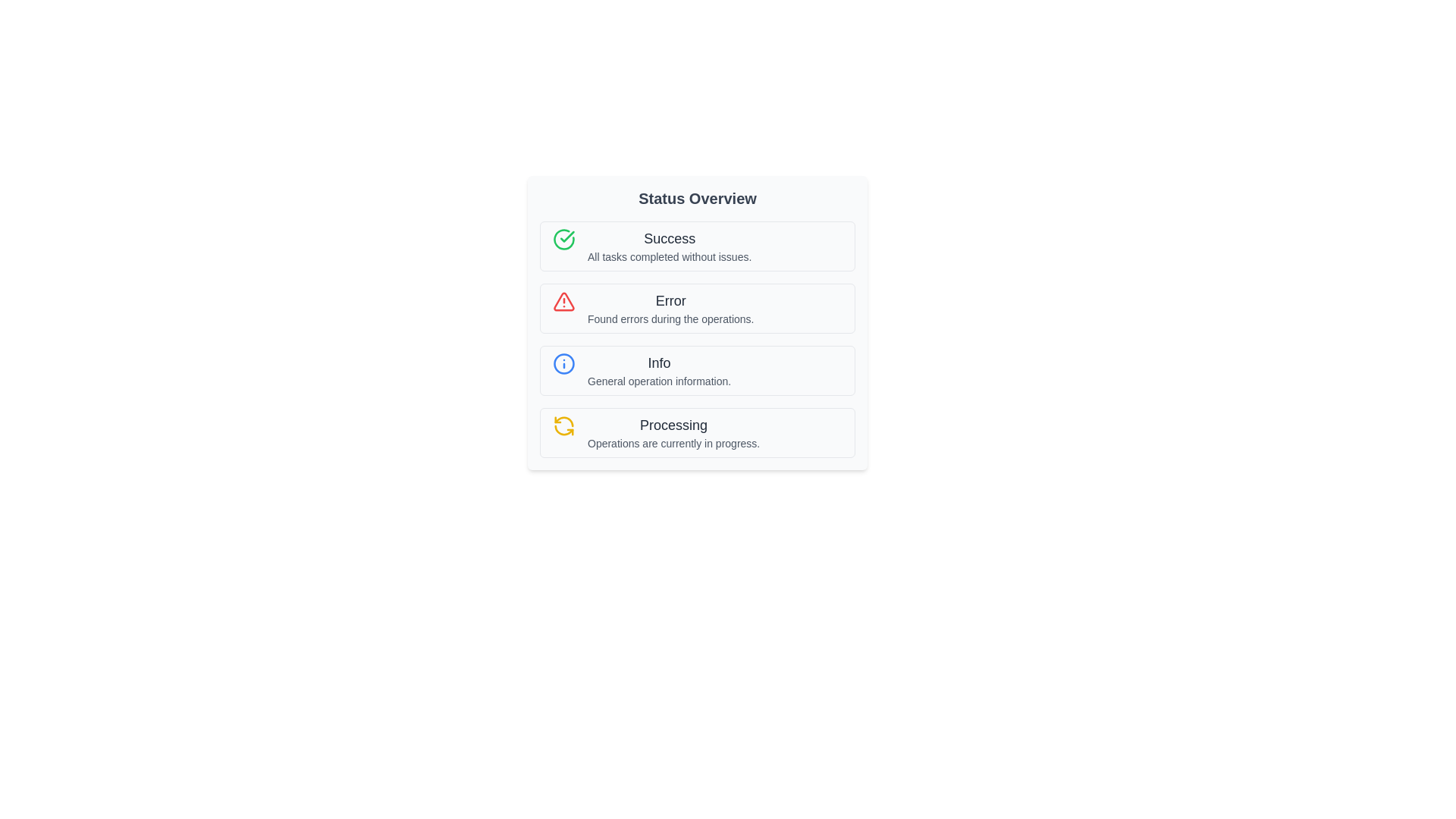  I want to click on the informational content icon located in the third row of the list, positioned to the far left before the text 'Info' and 'General operation information.', so click(563, 363).